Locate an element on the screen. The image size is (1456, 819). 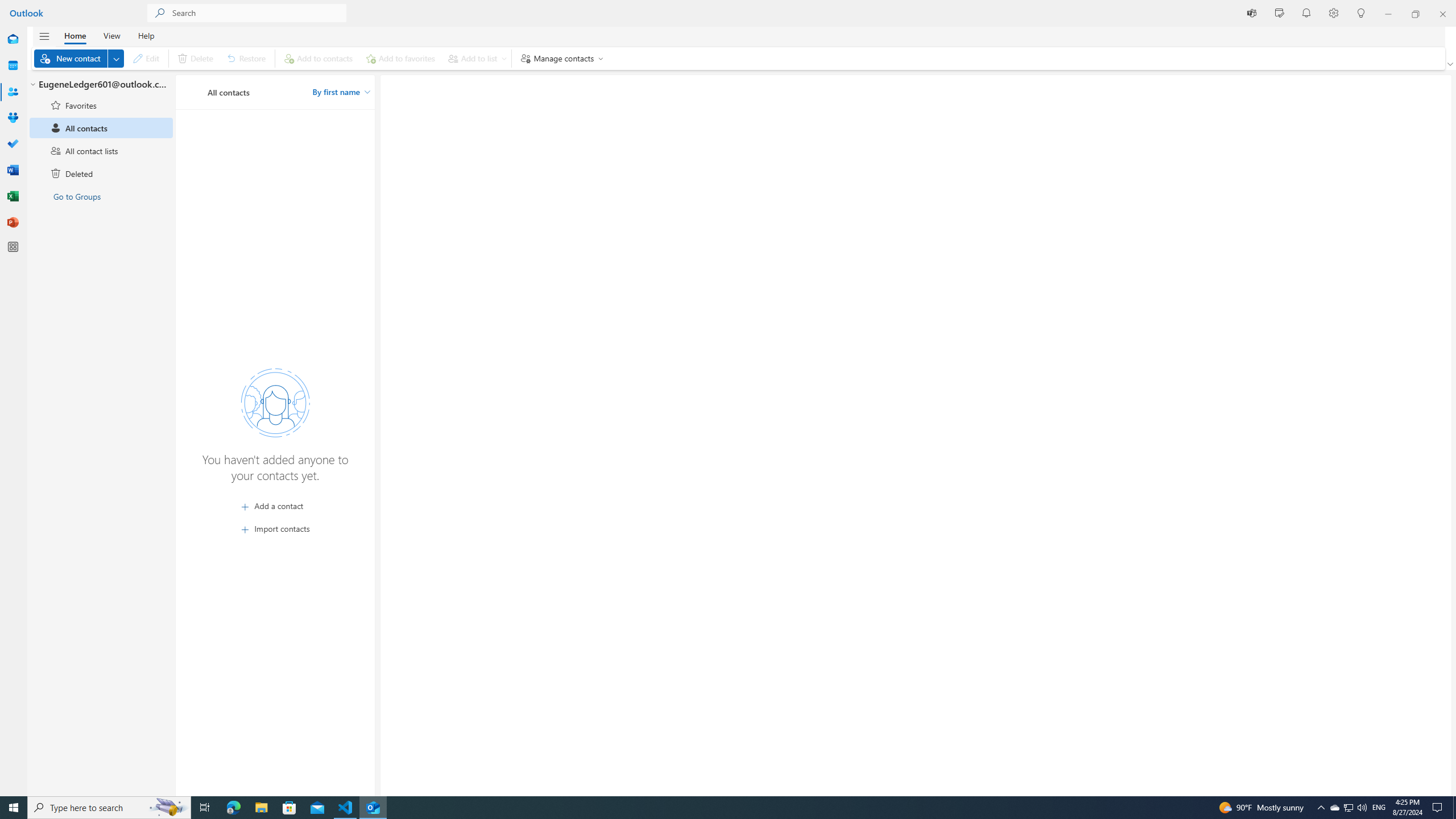
'Add to contacts' is located at coordinates (318, 58).